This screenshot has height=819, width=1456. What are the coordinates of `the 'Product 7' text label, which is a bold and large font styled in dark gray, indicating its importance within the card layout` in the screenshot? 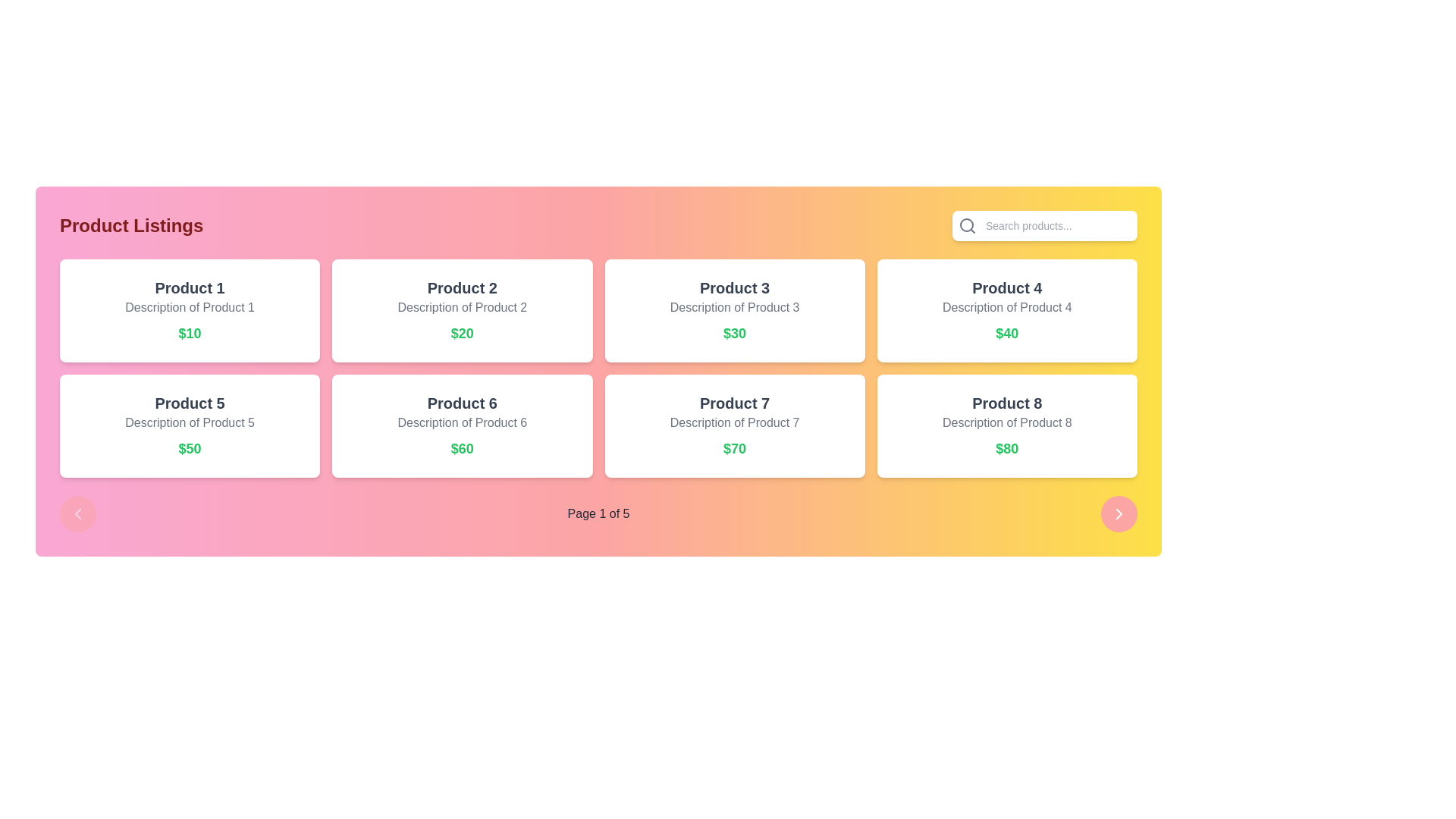 It's located at (735, 403).